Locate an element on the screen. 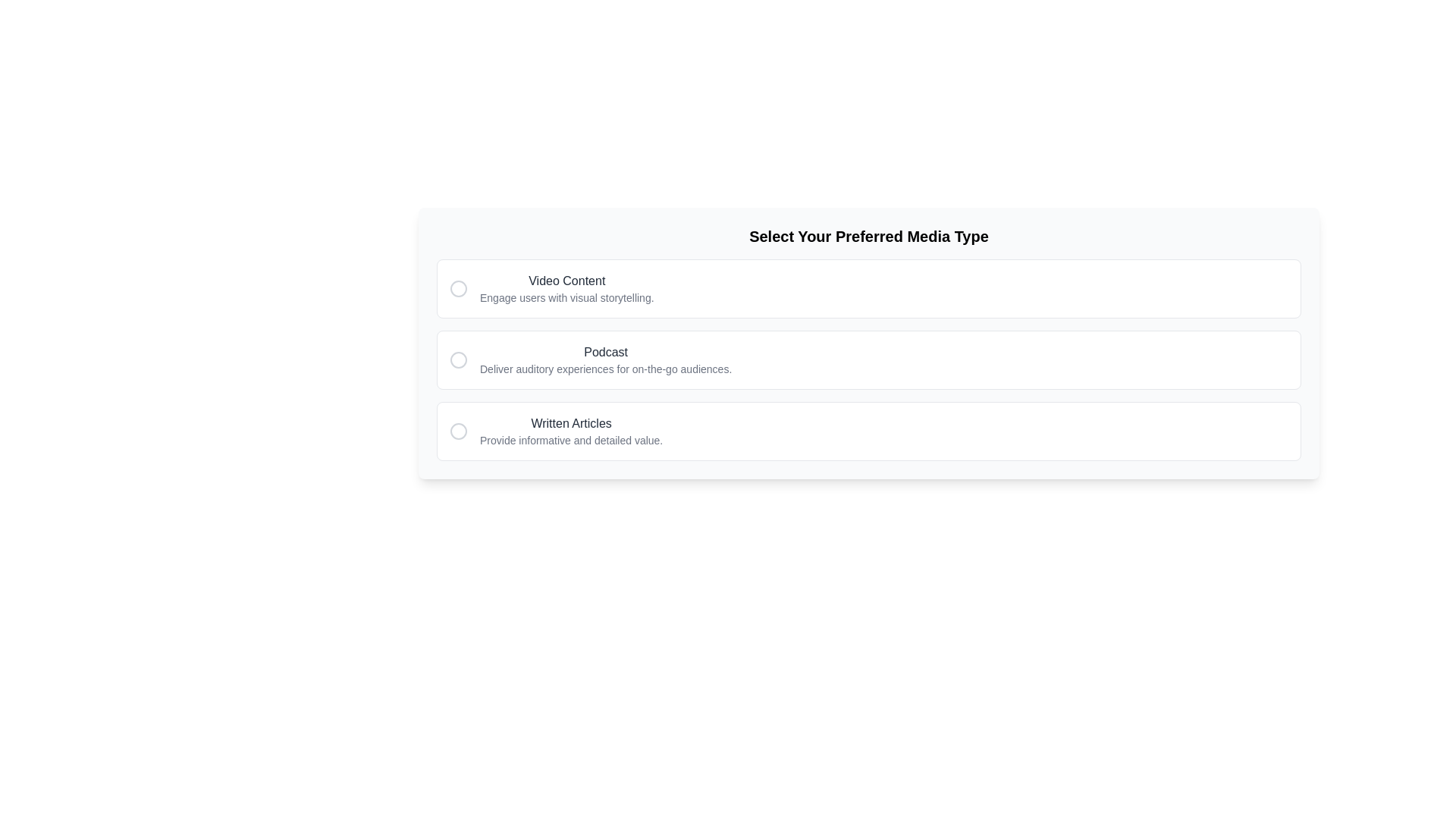  text presented in the centrally positioned text block within the 'Written Articles' option card, which includes a title and a subtitle is located at coordinates (570, 431).